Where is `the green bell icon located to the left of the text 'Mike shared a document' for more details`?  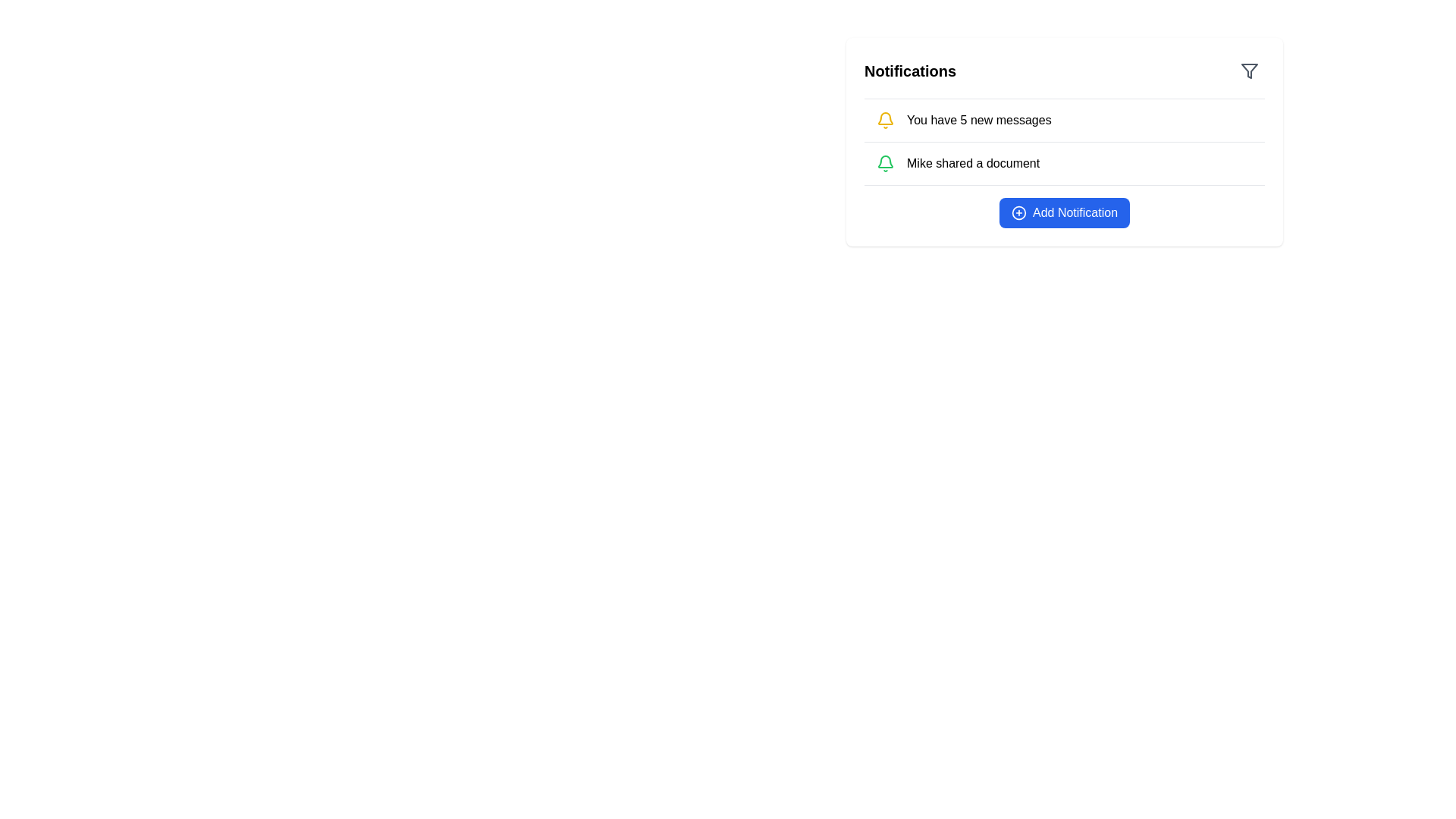 the green bell icon located to the left of the text 'Mike shared a document' for more details is located at coordinates (885, 164).